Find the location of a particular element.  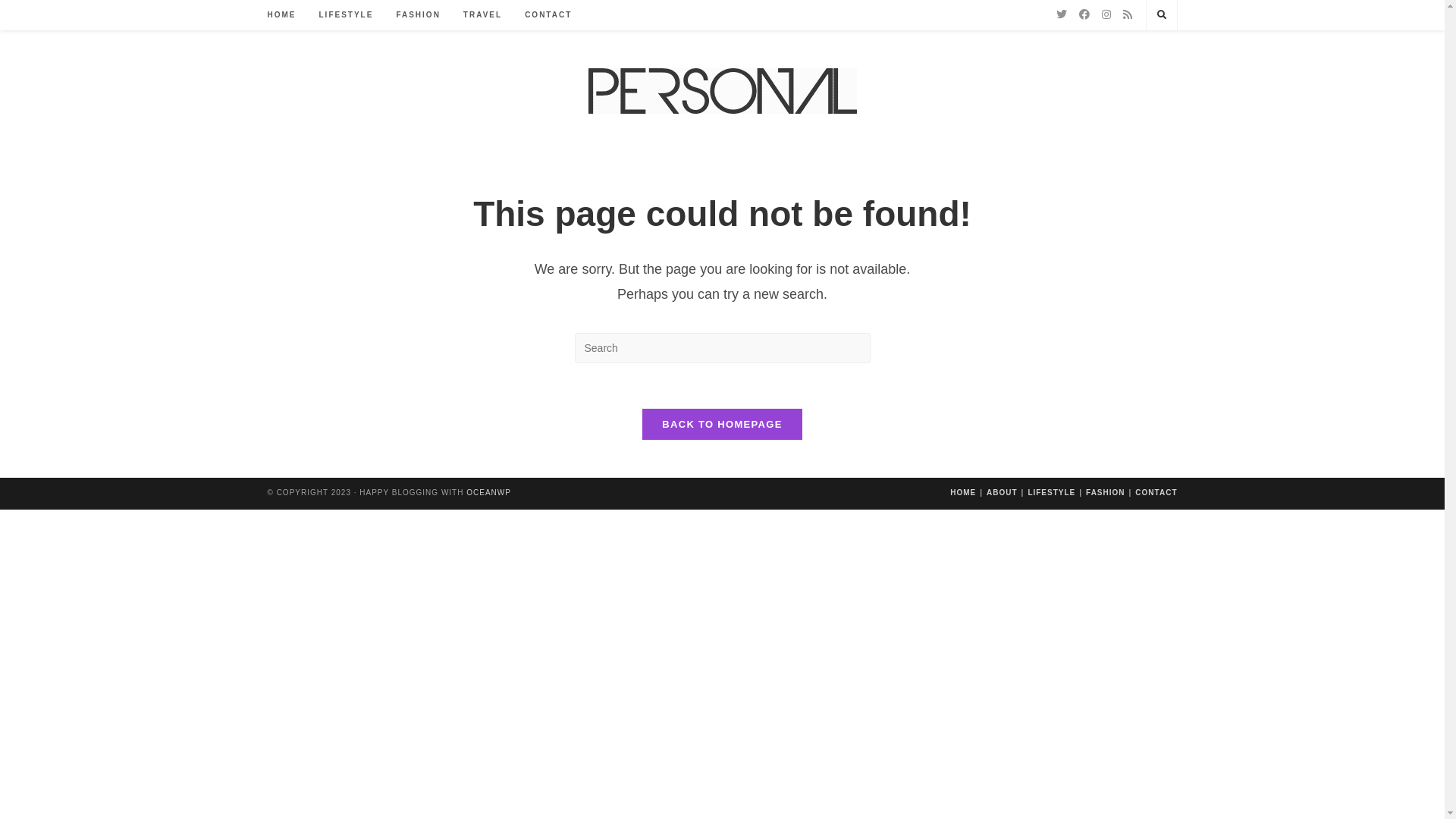

'BACK TO HOMEPAGE' is located at coordinates (720, 424).